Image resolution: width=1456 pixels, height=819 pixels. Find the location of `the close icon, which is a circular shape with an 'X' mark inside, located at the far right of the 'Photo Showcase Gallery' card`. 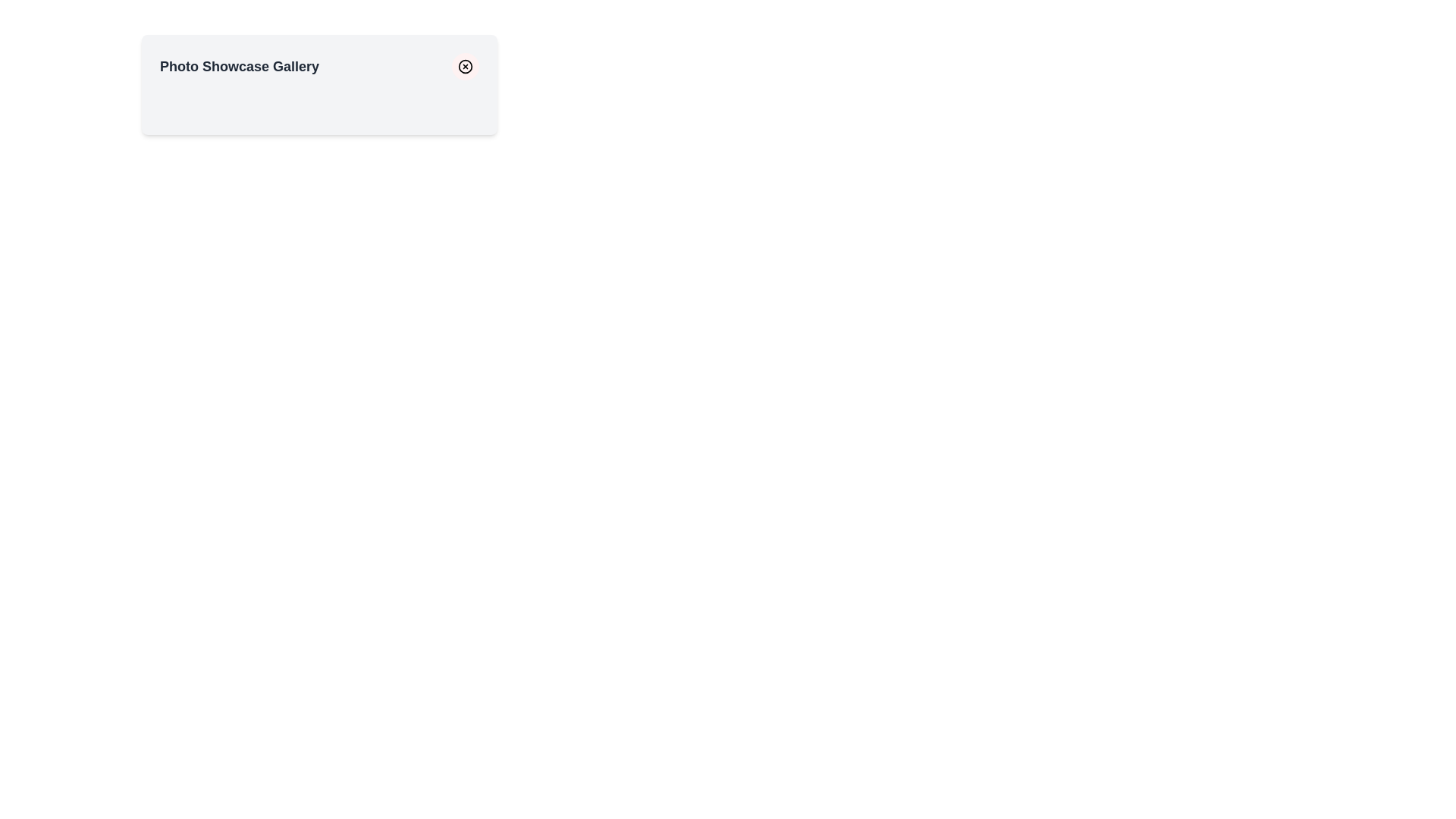

the close icon, which is a circular shape with an 'X' mark inside, located at the far right of the 'Photo Showcase Gallery' card is located at coordinates (465, 66).